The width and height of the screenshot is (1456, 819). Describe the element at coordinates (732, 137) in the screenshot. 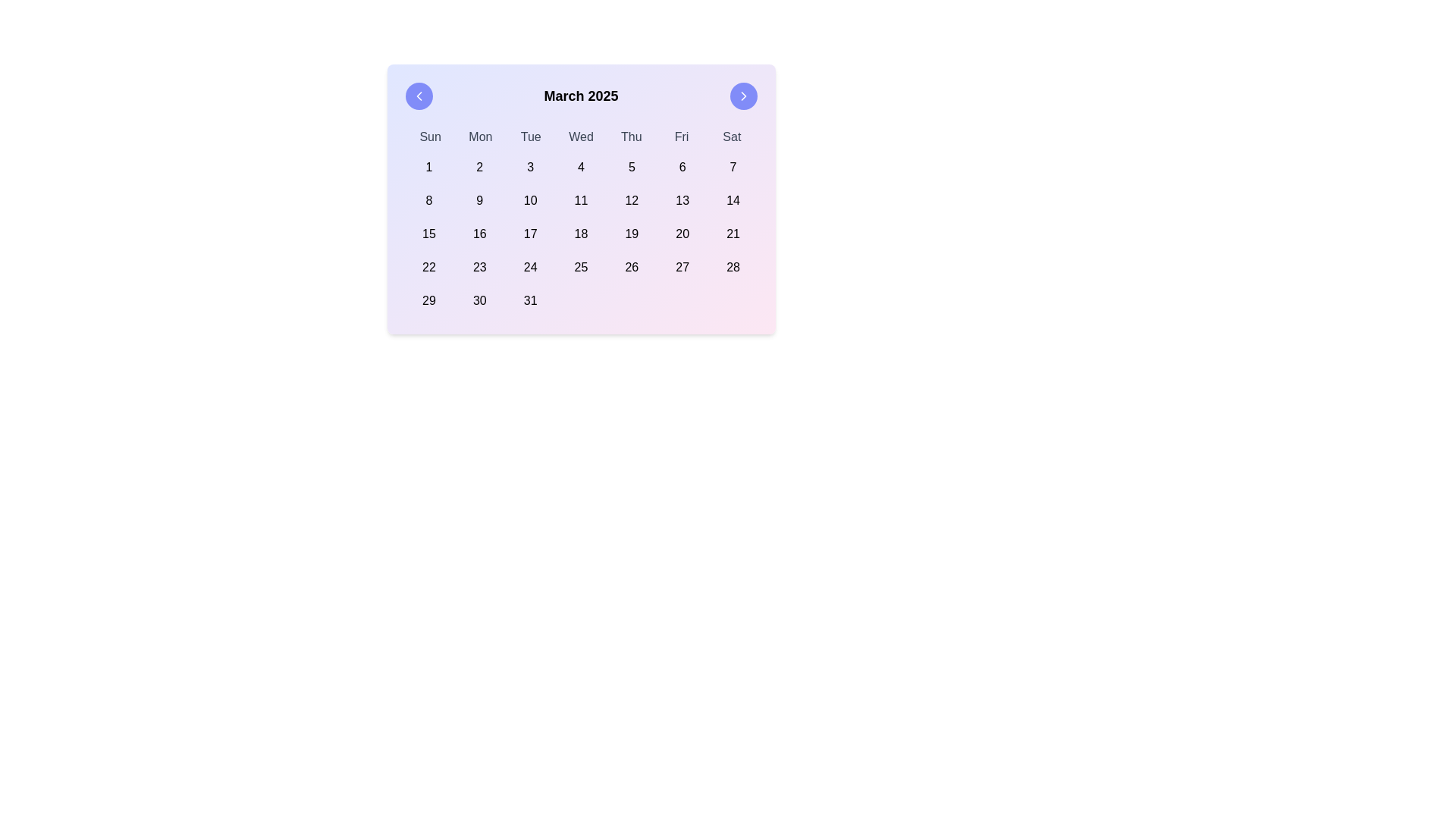

I see `the 'Sat' Label, which is the seventh day header in a grid layout at the top of the calendar interface` at that location.